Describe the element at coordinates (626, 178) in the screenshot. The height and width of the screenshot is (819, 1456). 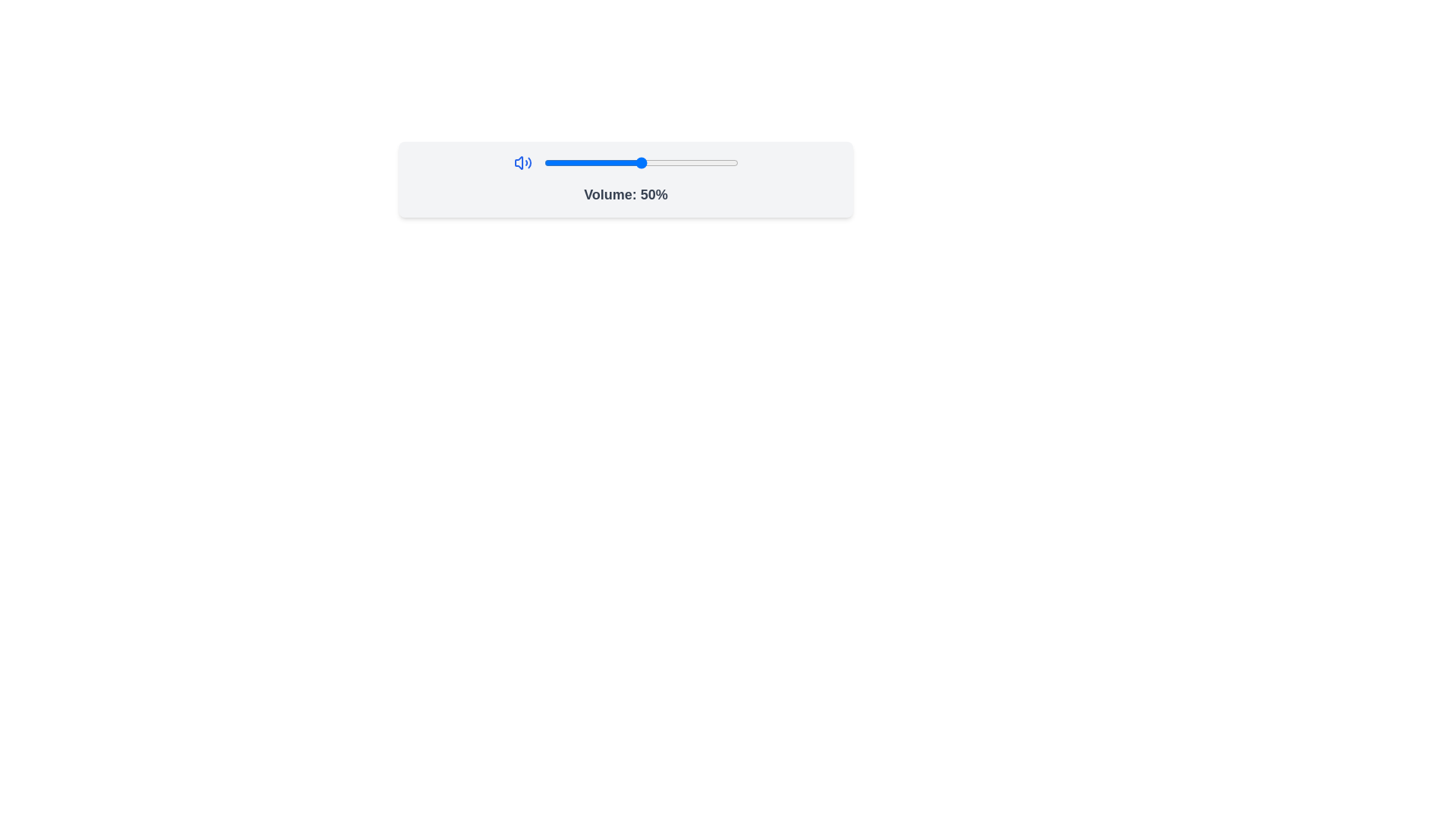
I see `the volume slider component with the label 'Volume: 50%'` at that location.